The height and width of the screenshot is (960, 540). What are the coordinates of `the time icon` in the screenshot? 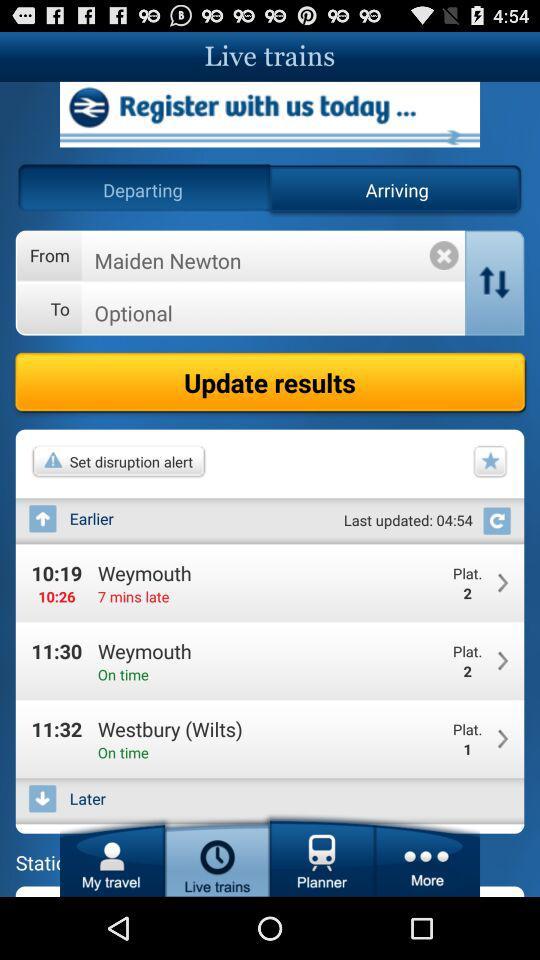 It's located at (216, 914).